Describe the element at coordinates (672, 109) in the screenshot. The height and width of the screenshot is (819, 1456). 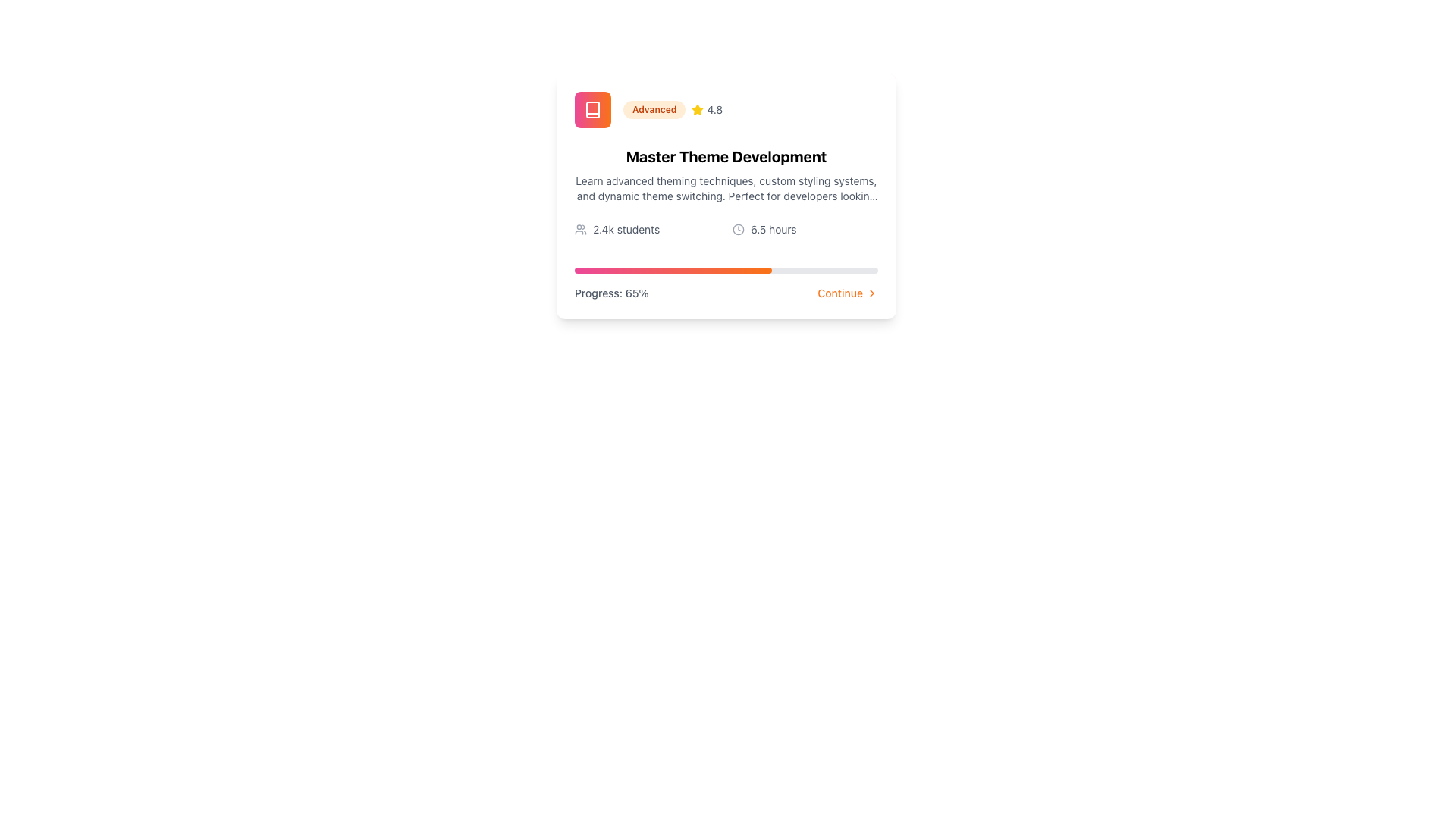
I see `the Badge displaying 'Advanced' and rating '4.8'` at that location.